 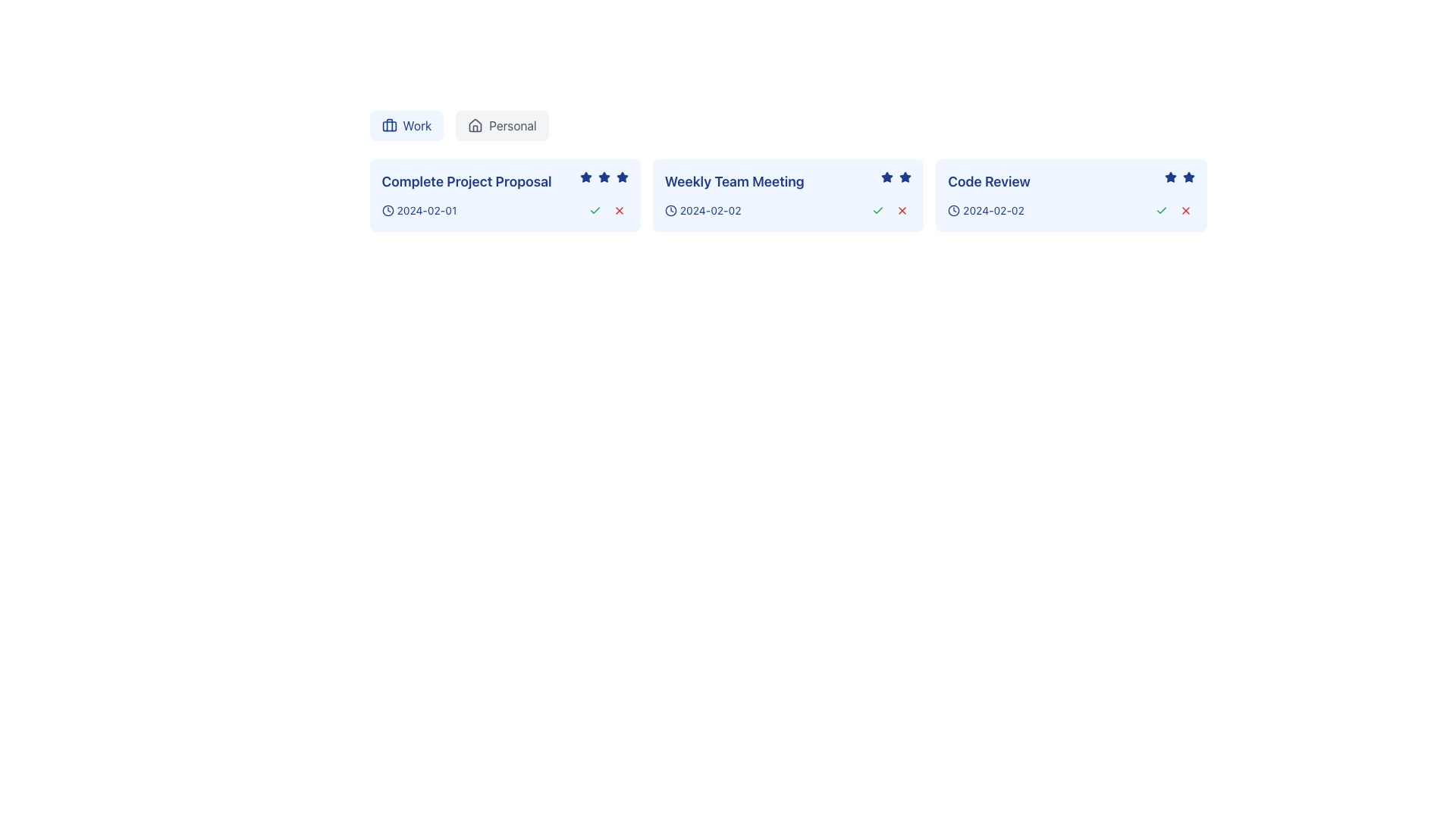 What do you see at coordinates (603, 176) in the screenshot?
I see `the star icon in the inline toolbar of the 'Complete Project Proposal' task` at bounding box center [603, 176].